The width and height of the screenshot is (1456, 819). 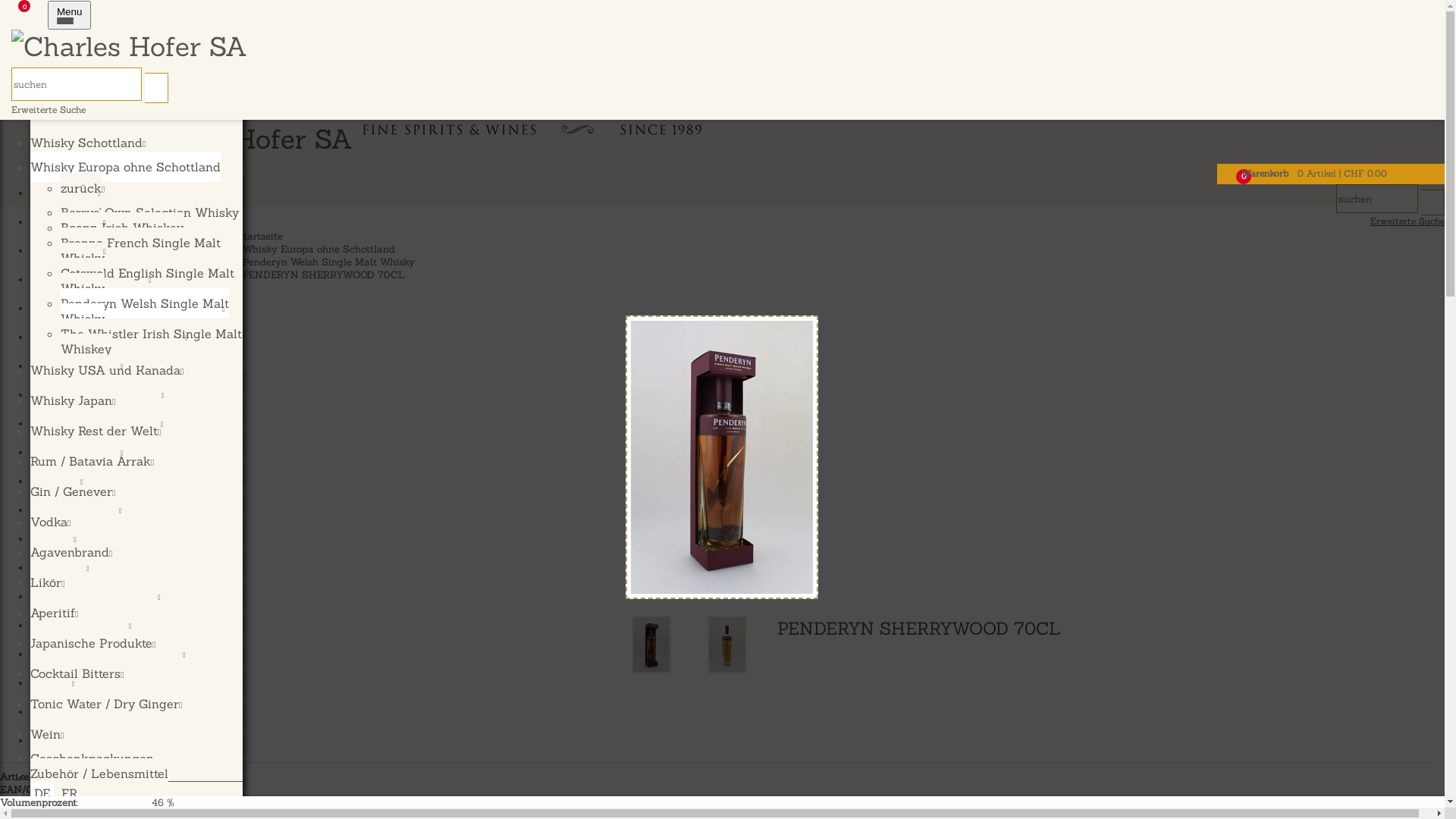 What do you see at coordinates (105, 704) in the screenshot?
I see `'Tonic Water / Dry Ginger'` at bounding box center [105, 704].